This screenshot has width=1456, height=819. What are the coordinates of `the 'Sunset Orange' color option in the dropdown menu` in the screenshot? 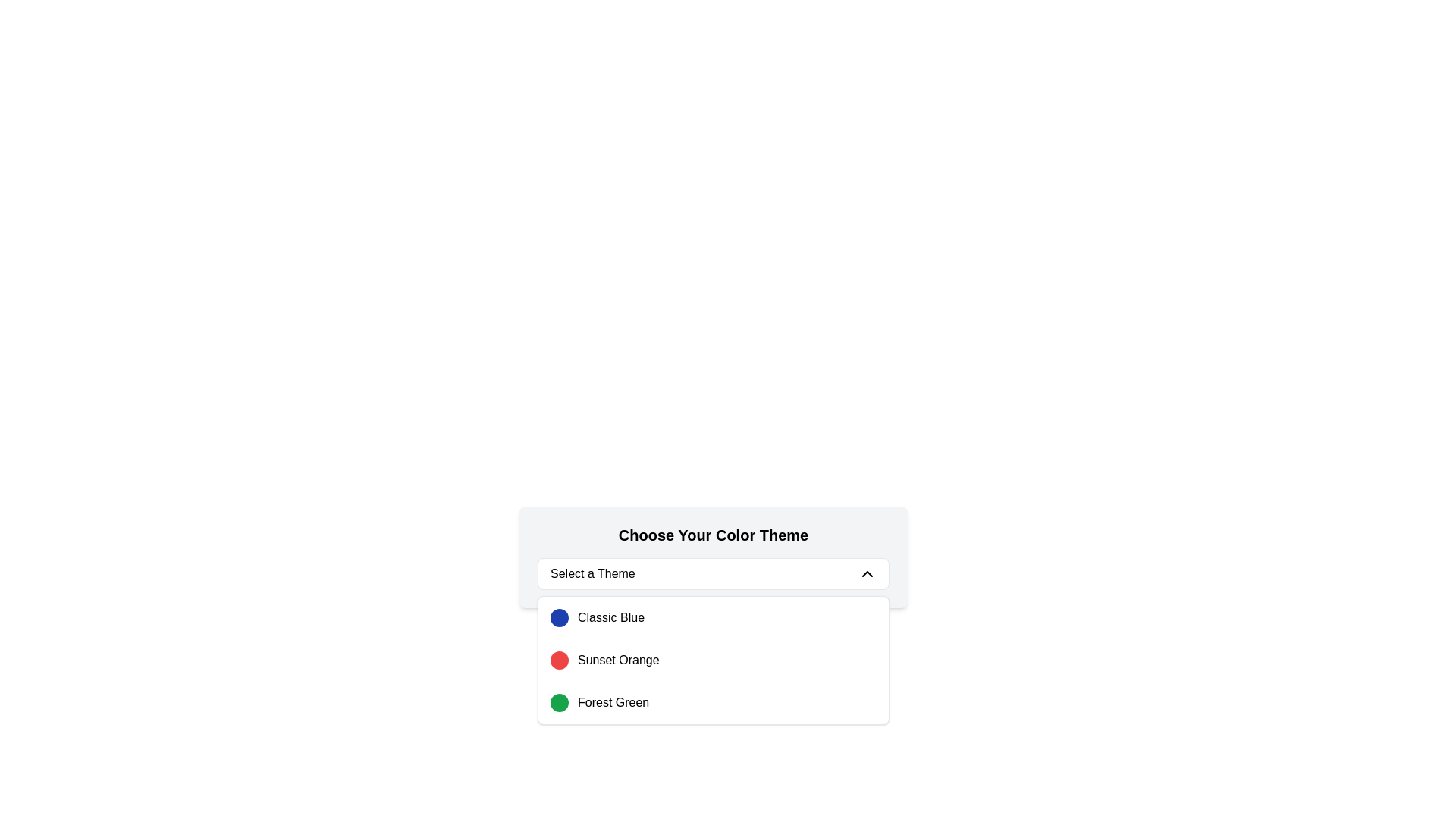 It's located at (712, 660).